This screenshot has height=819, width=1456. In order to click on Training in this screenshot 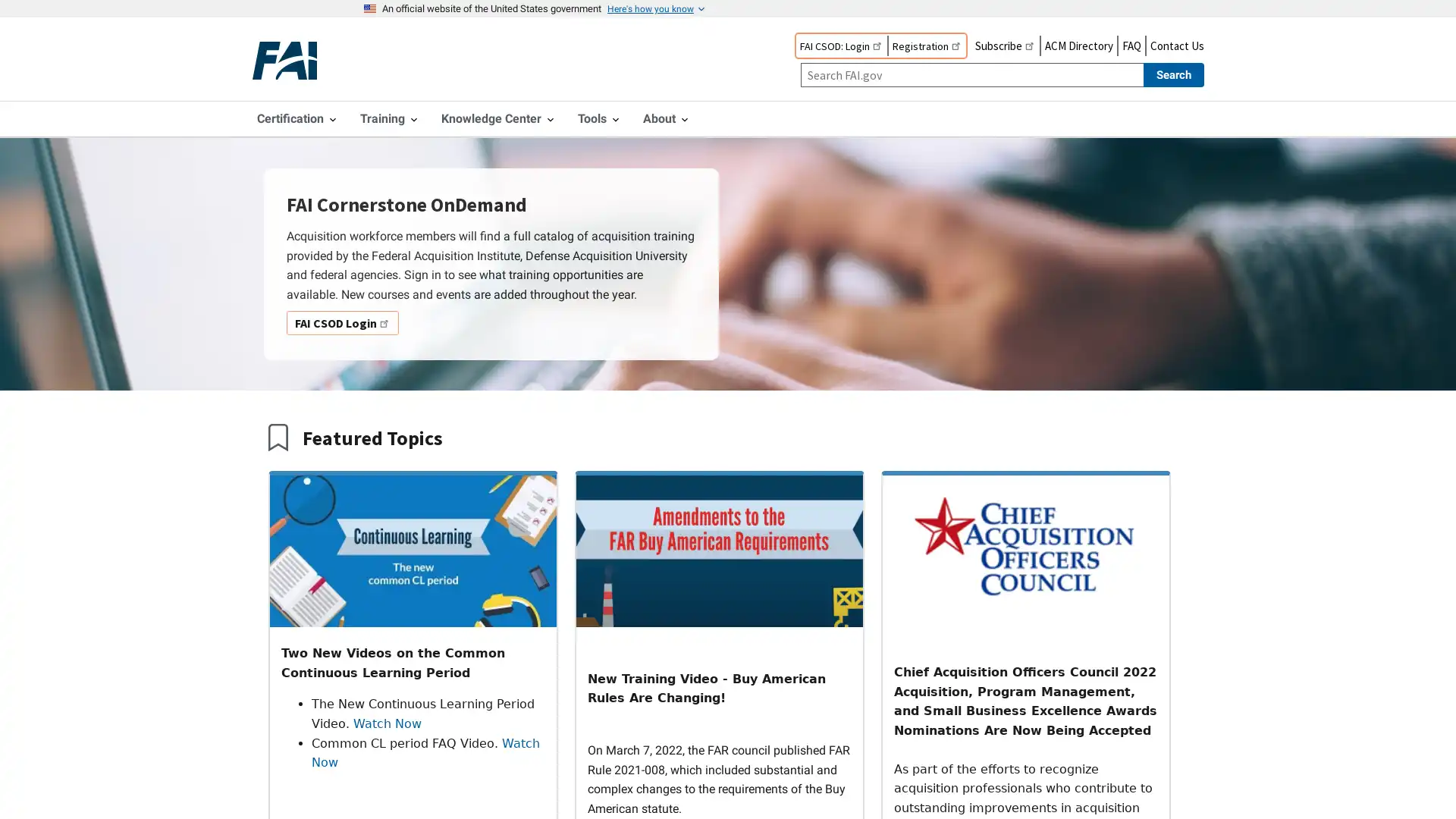, I will do `click(388, 118)`.